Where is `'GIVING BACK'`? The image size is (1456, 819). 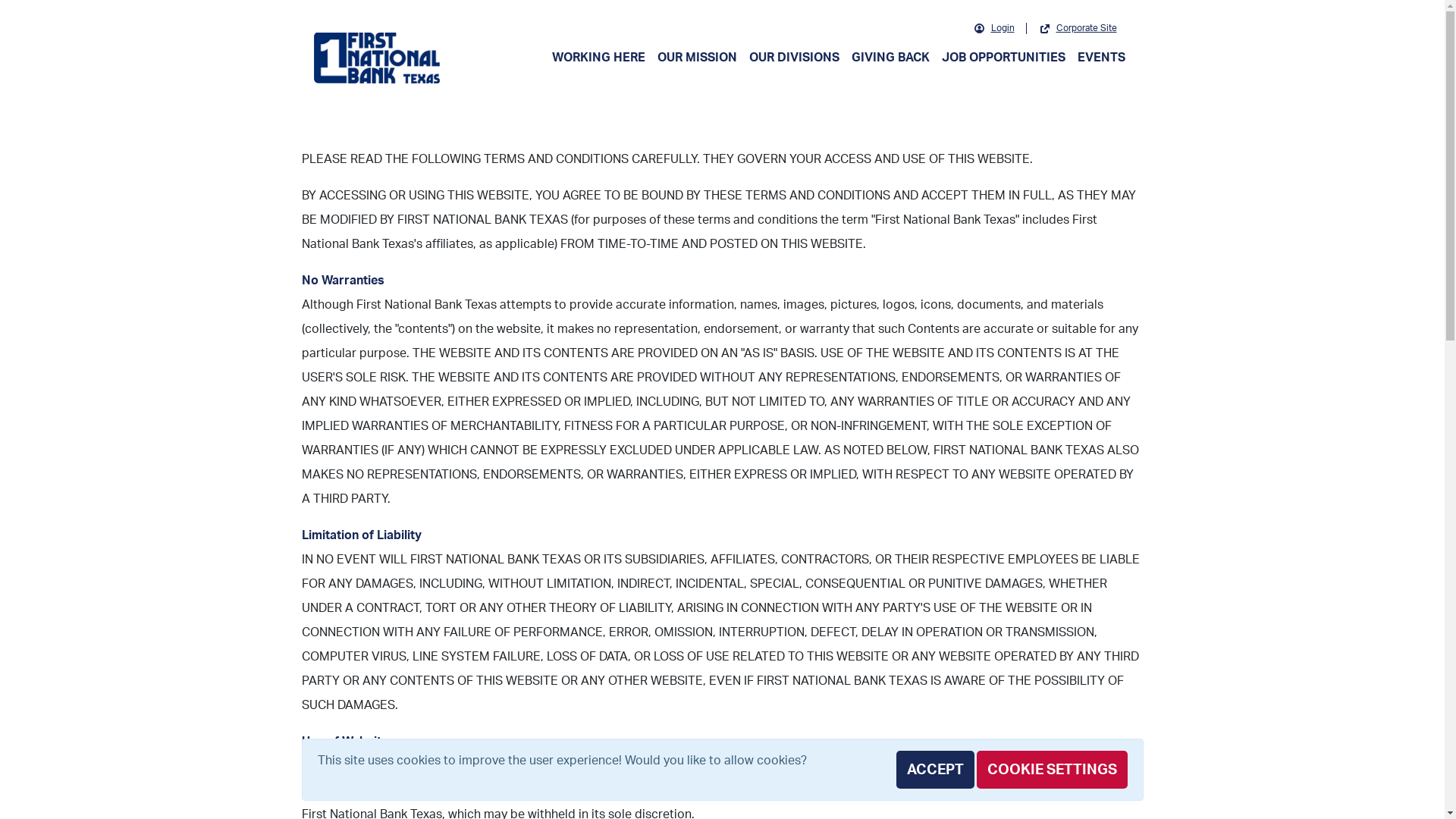
'GIVING BACK' is located at coordinates (890, 57).